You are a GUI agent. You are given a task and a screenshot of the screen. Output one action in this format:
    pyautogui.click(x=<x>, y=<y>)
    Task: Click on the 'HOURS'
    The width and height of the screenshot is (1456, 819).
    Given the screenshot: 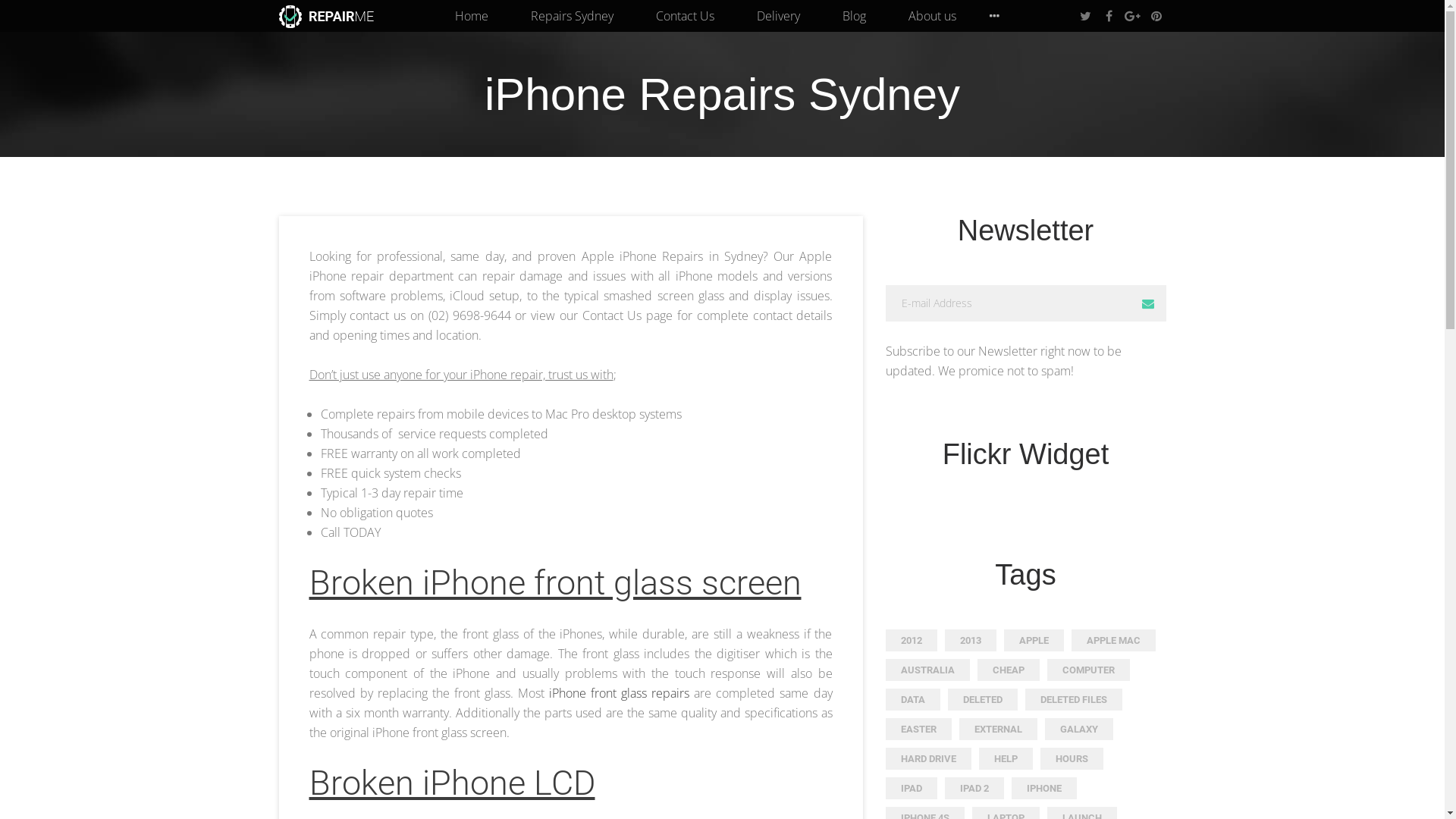 What is the action you would take?
    pyautogui.click(x=1071, y=758)
    